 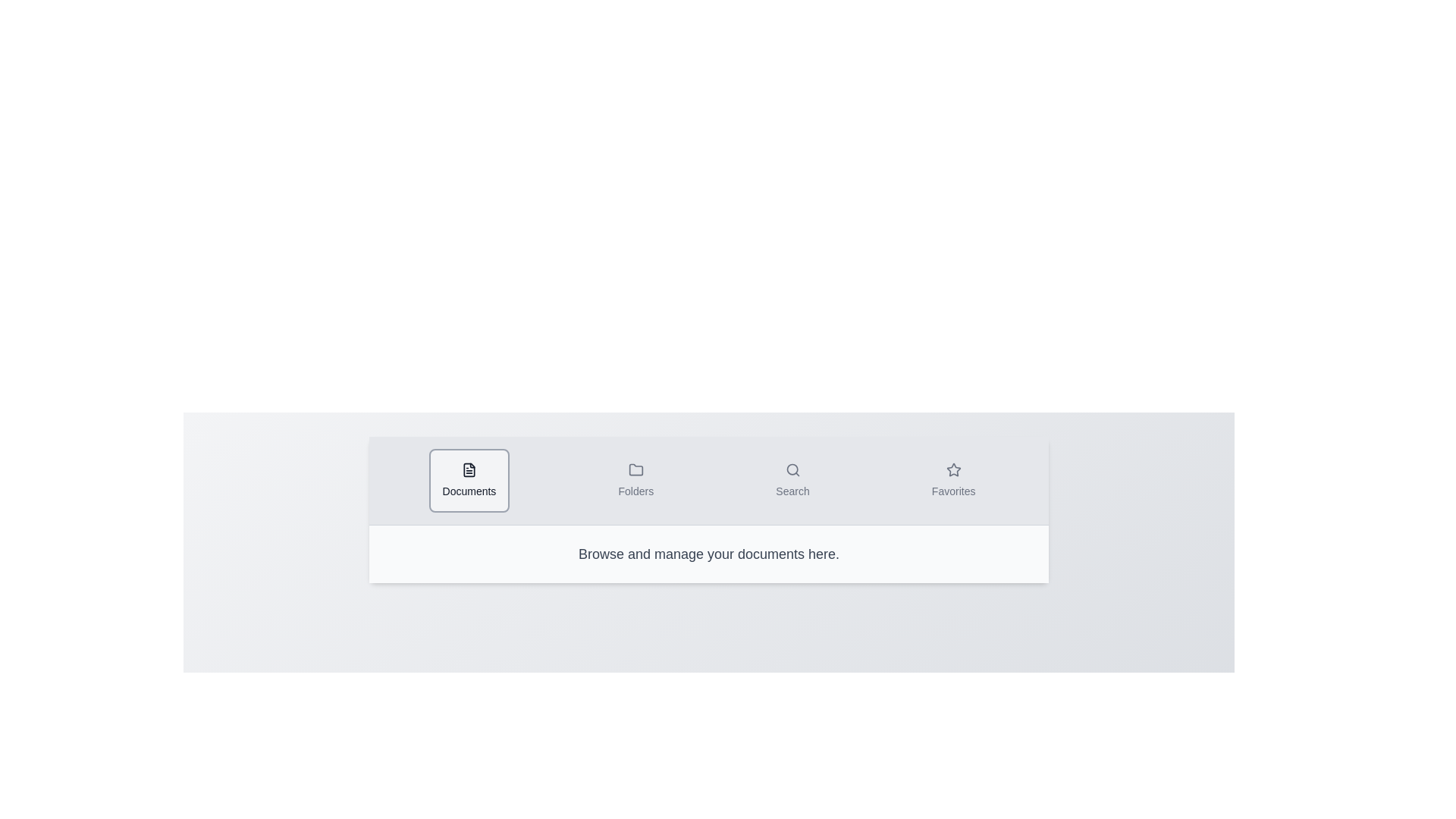 What do you see at coordinates (635, 480) in the screenshot?
I see `the tab labeled Folders` at bounding box center [635, 480].